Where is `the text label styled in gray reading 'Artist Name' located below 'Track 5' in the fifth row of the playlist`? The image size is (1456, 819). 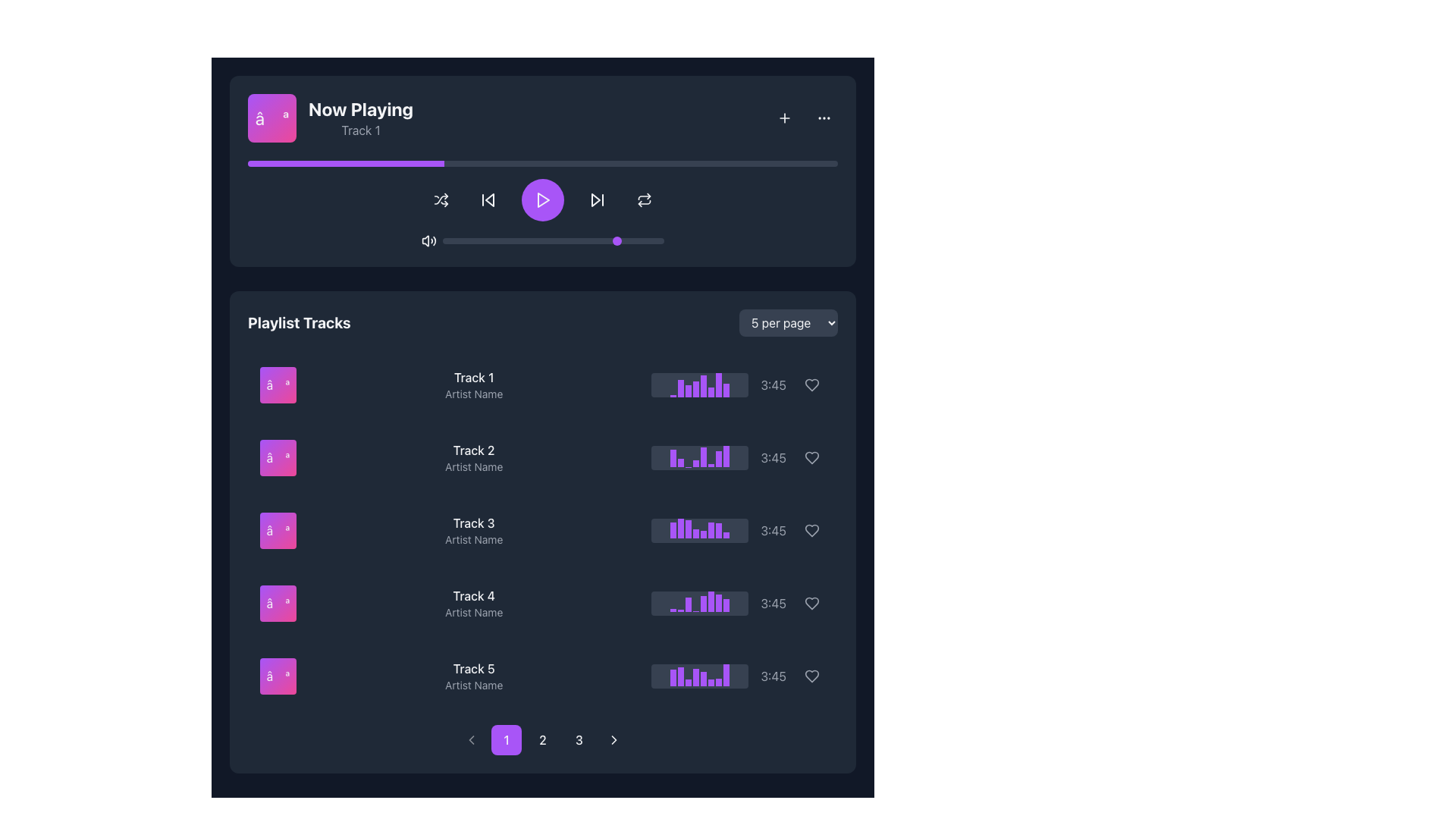 the text label styled in gray reading 'Artist Name' located below 'Track 5' in the fifth row of the playlist is located at coordinates (473, 685).